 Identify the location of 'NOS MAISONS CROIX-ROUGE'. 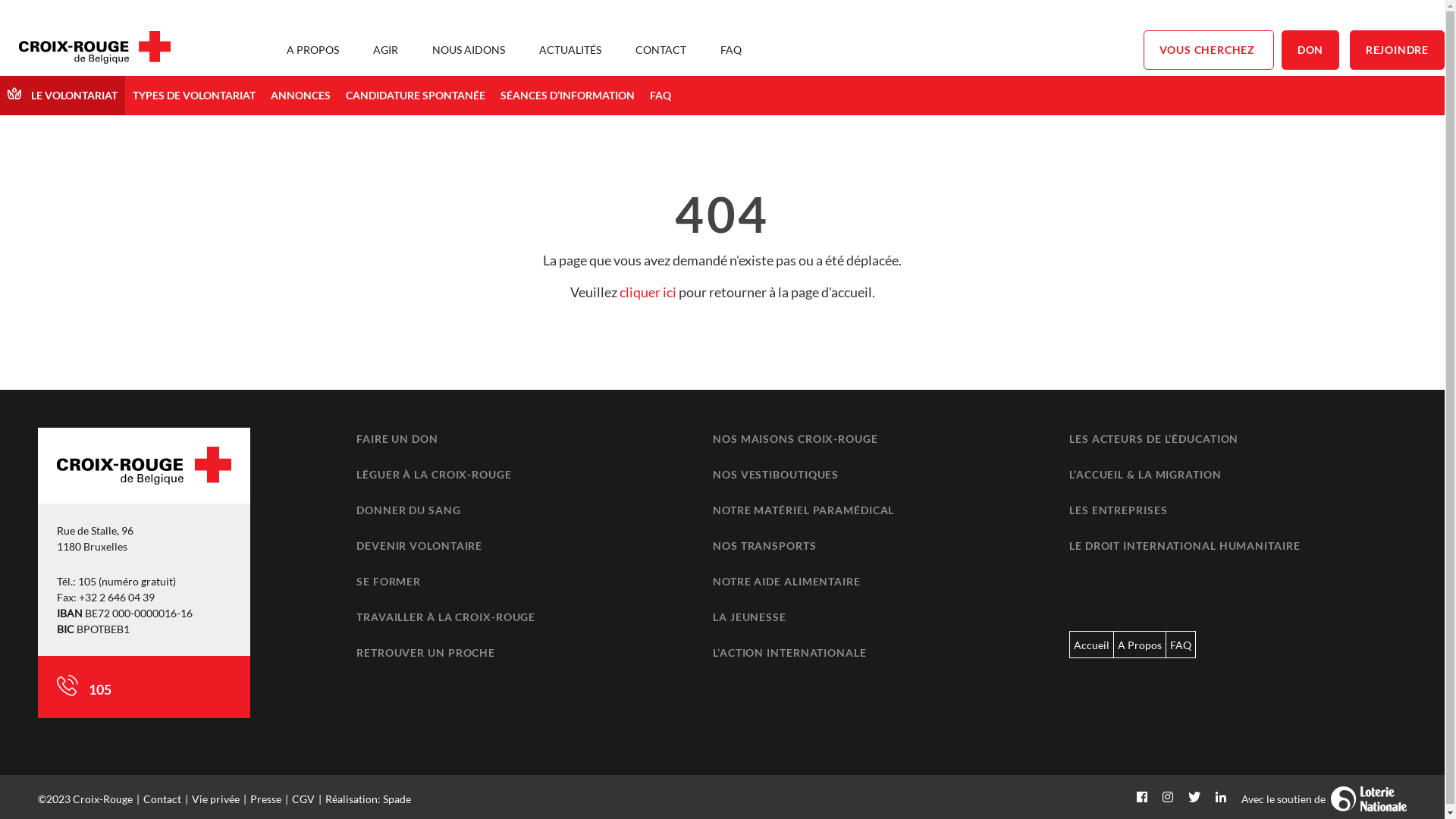
(795, 438).